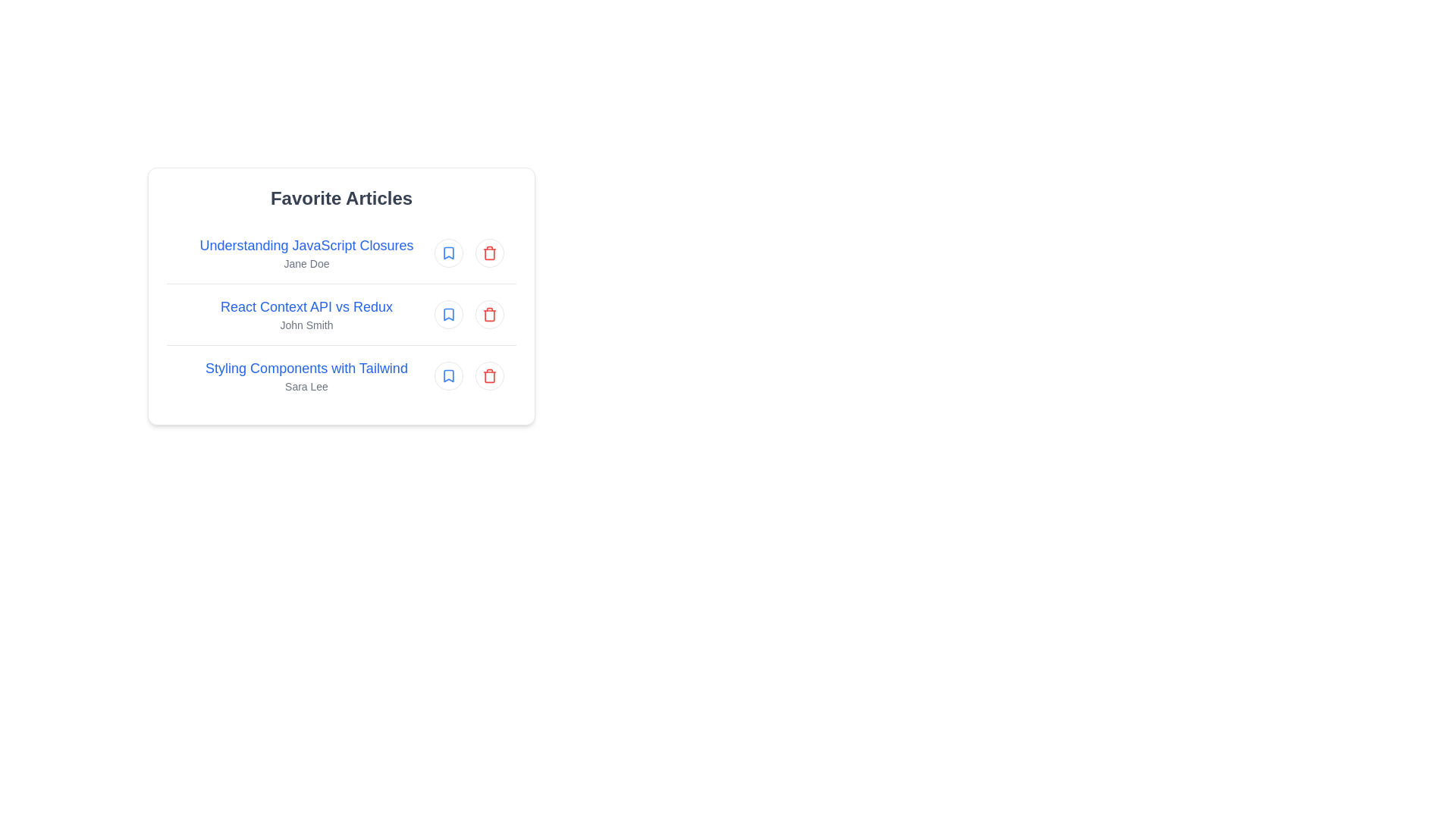 Image resolution: width=1456 pixels, height=819 pixels. Describe the element at coordinates (490, 314) in the screenshot. I see `the delete icon for the article titled React Context API vs Redux` at that location.